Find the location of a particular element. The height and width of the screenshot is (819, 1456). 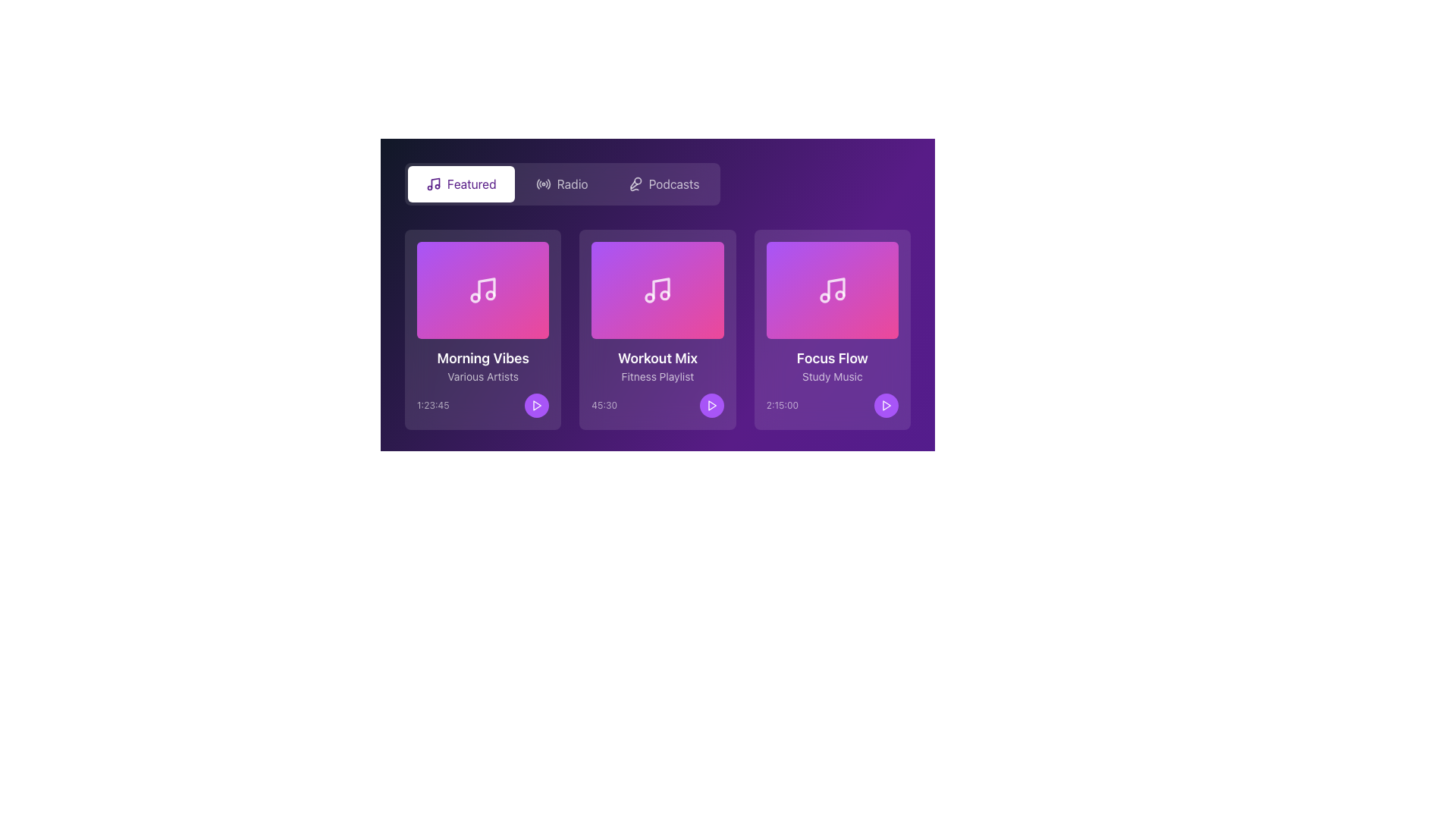

the static text displaying the time '1:23:45' located at the bottom-left corner of the 'Morning Vibes' card, to the left of the circular play button is located at coordinates (432, 405).